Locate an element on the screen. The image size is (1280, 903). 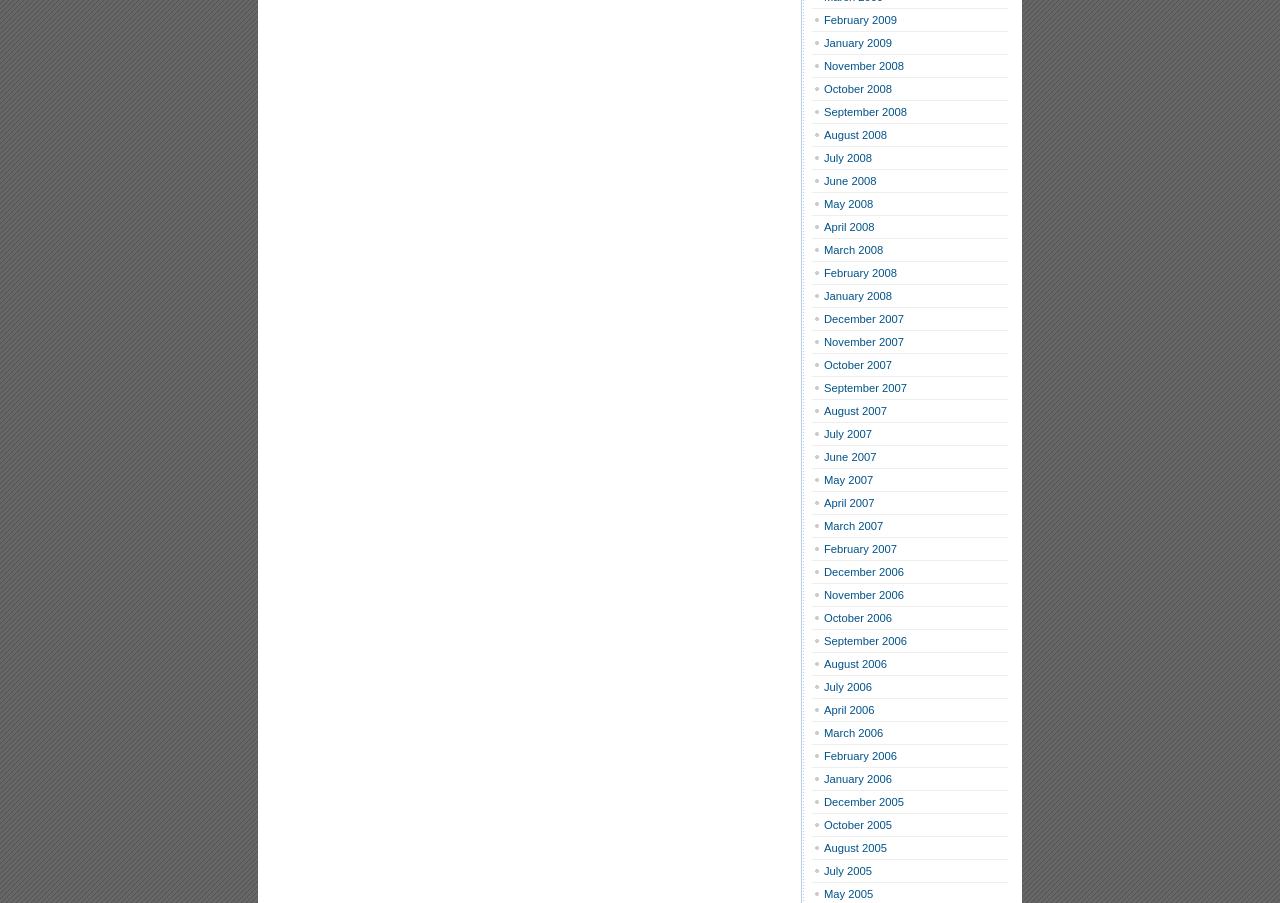
'January 2008' is located at coordinates (857, 295).